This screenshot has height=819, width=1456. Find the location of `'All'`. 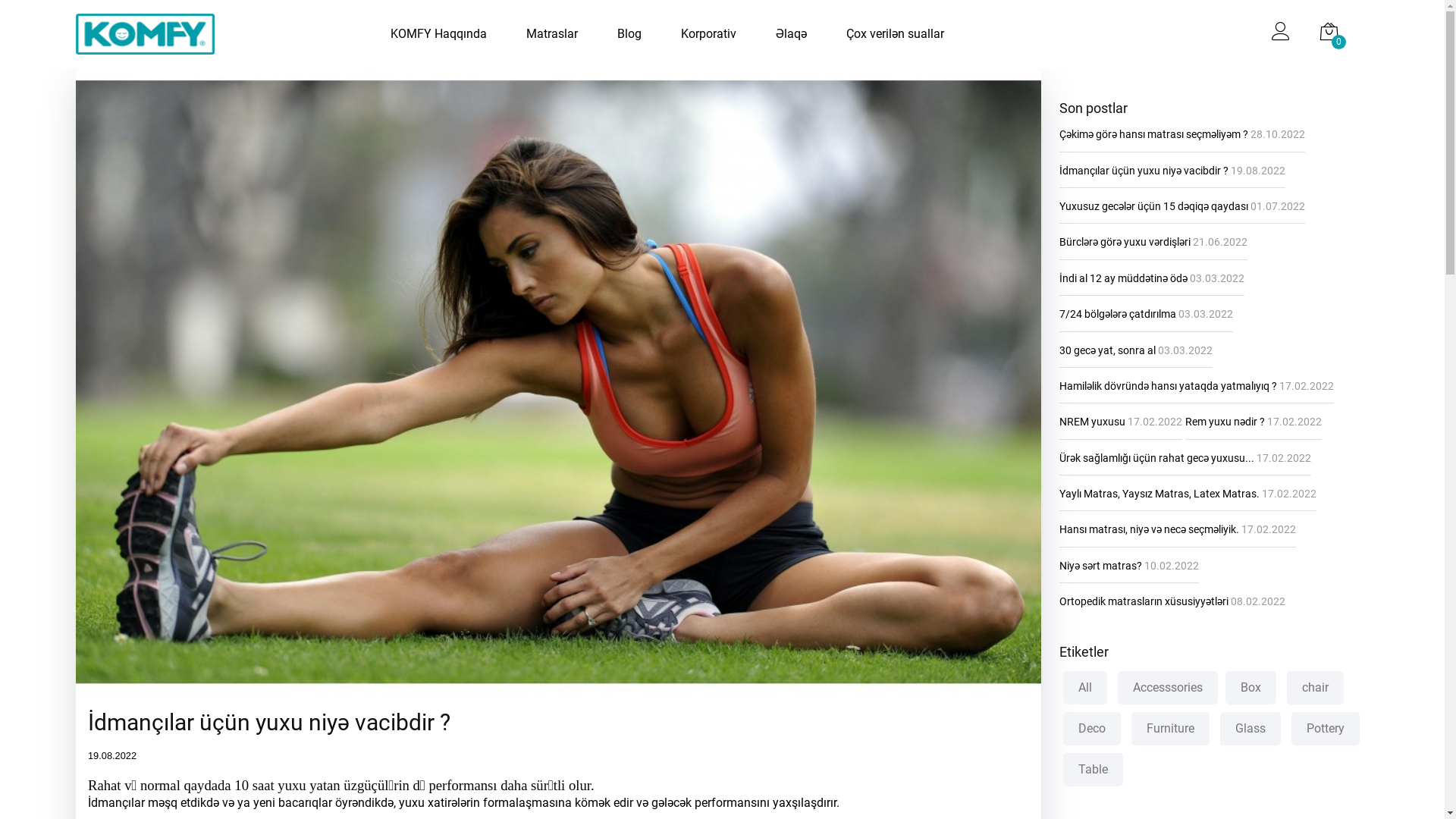

'All' is located at coordinates (1084, 687).